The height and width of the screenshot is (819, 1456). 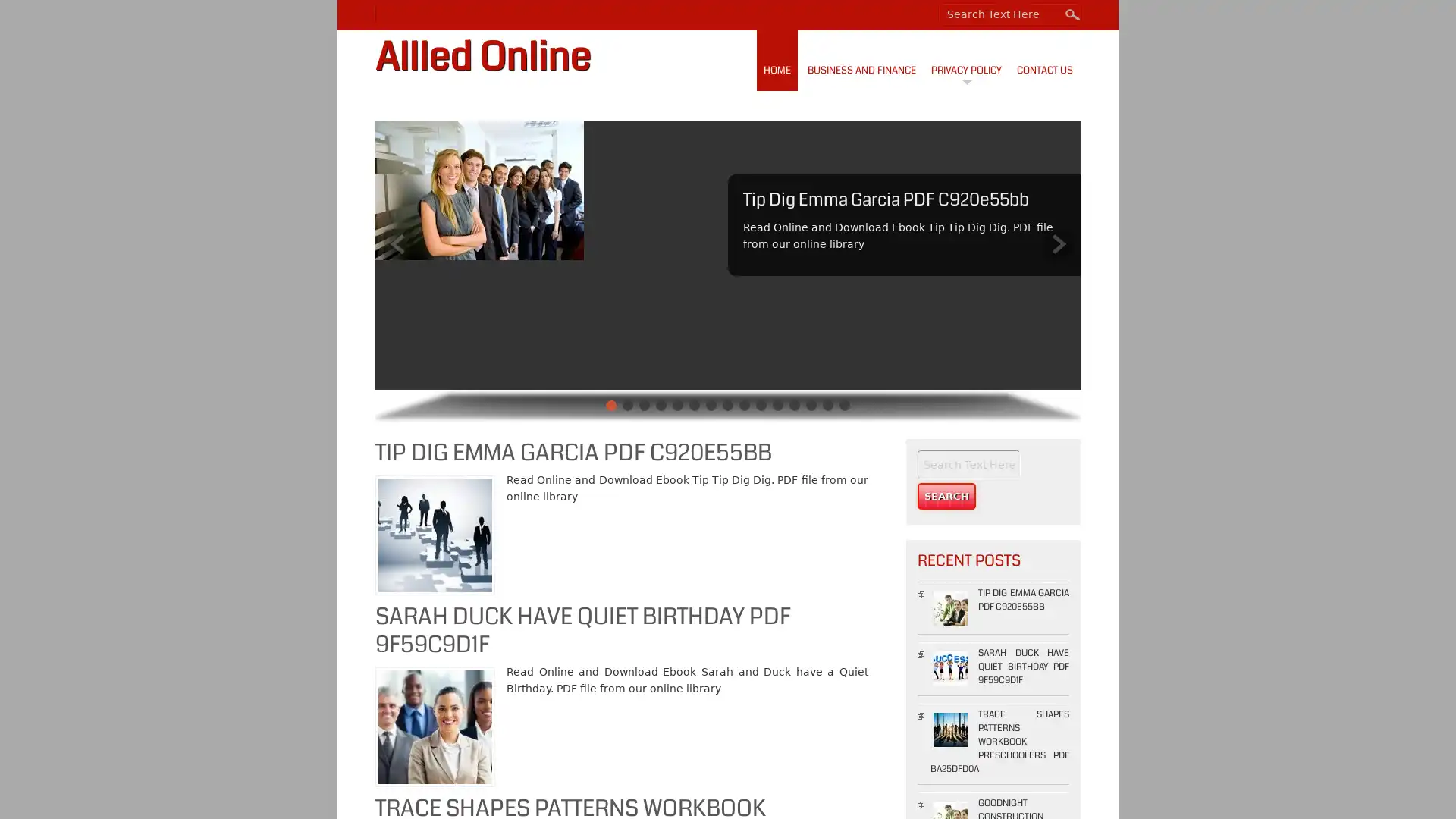 What do you see at coordinates (946, 496) in the screenshot?
I see `Search` at bounding box center [946, 496].